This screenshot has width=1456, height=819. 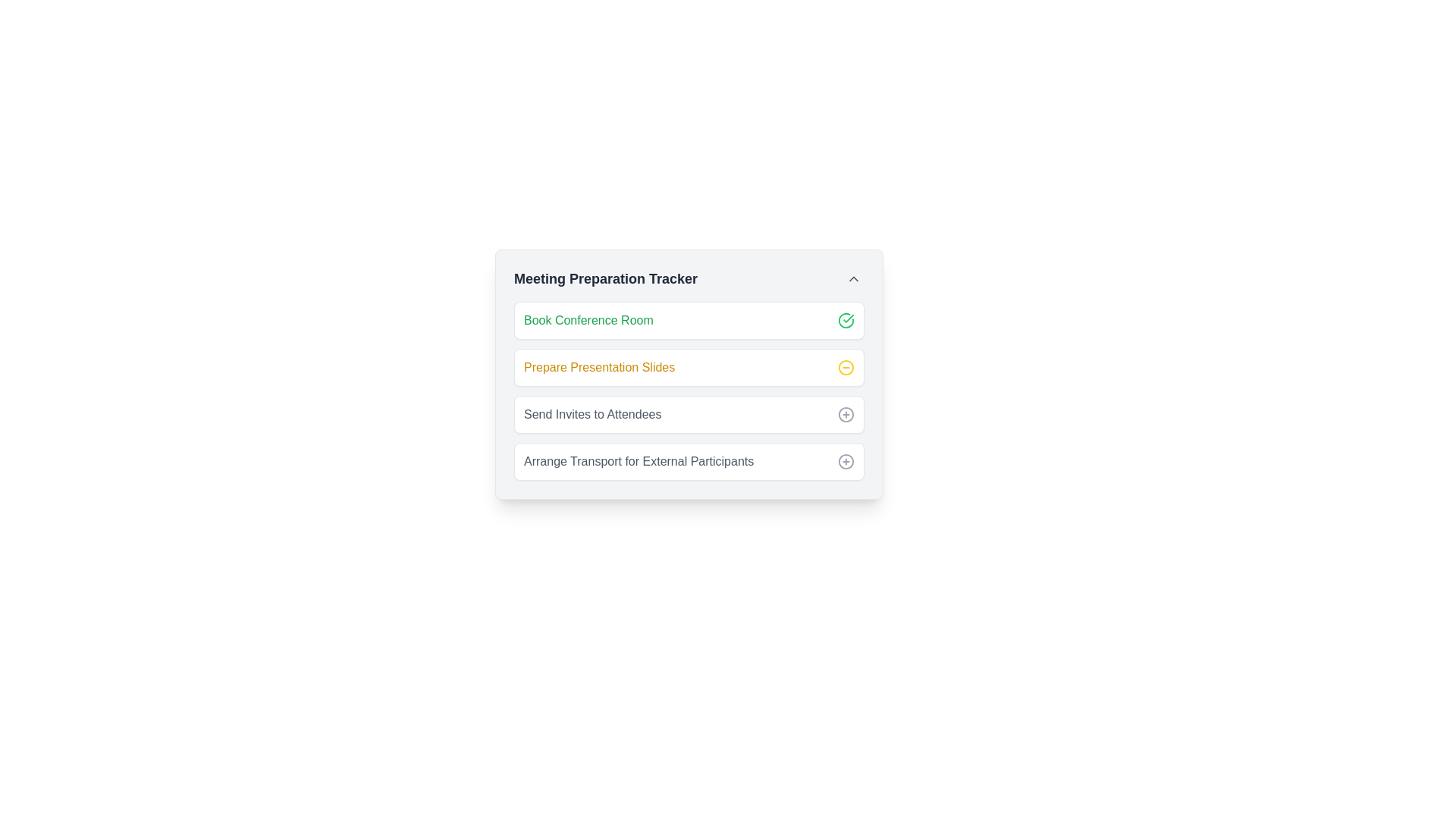 What do you see at coordinates (688, 461) in the screenshot?
I see `the task card for arranging transport for external participants, which is the fourth item in the 'Meeting Preparation Tracker' list` at bounding box center [688, 461].